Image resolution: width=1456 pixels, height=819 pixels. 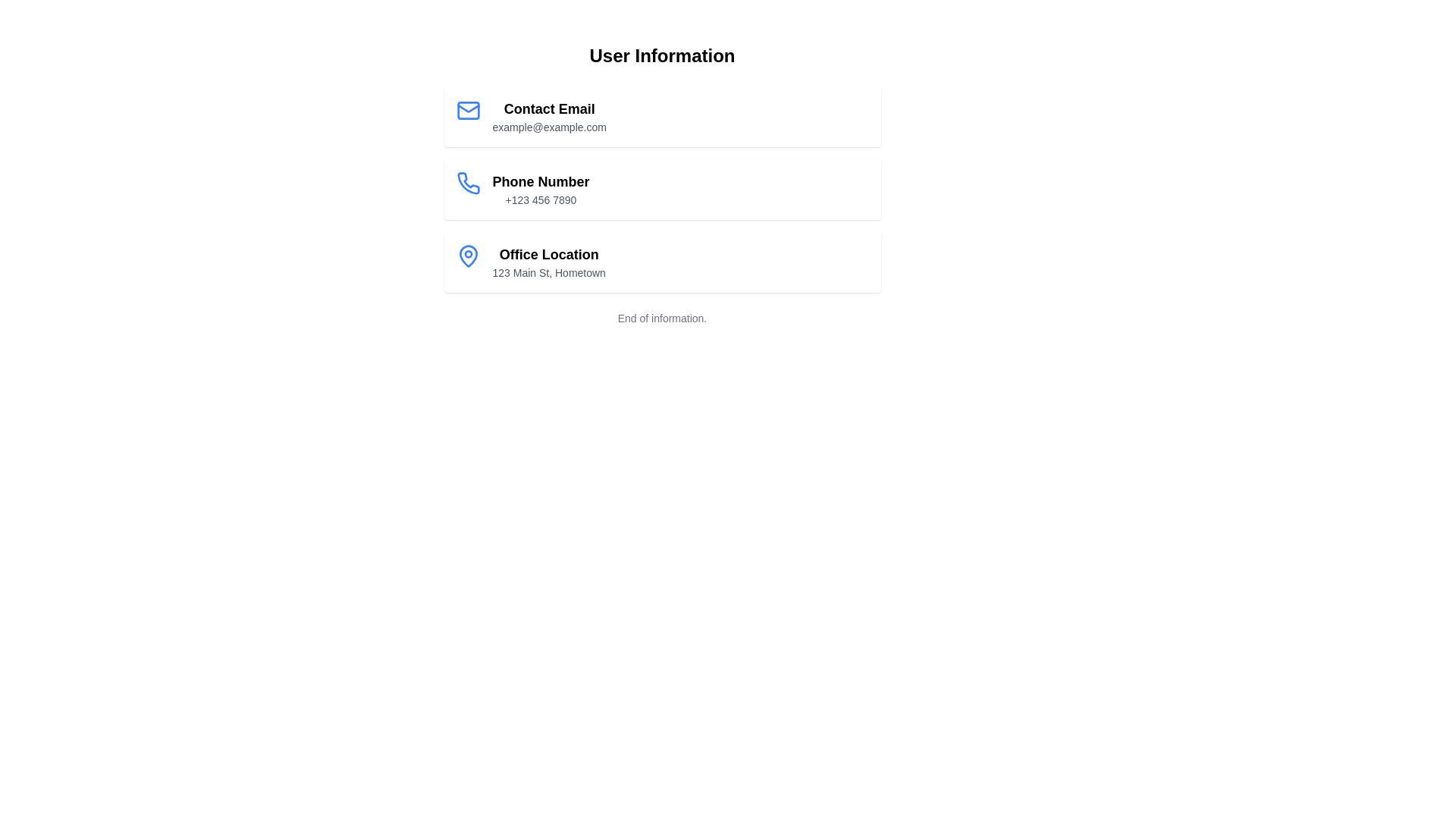 I want to click on the 'Office Location' text label, which is positioned under the 'Phone Number' entry and above the address description '123 Main St, Hometown', so click(x=548, y=253).